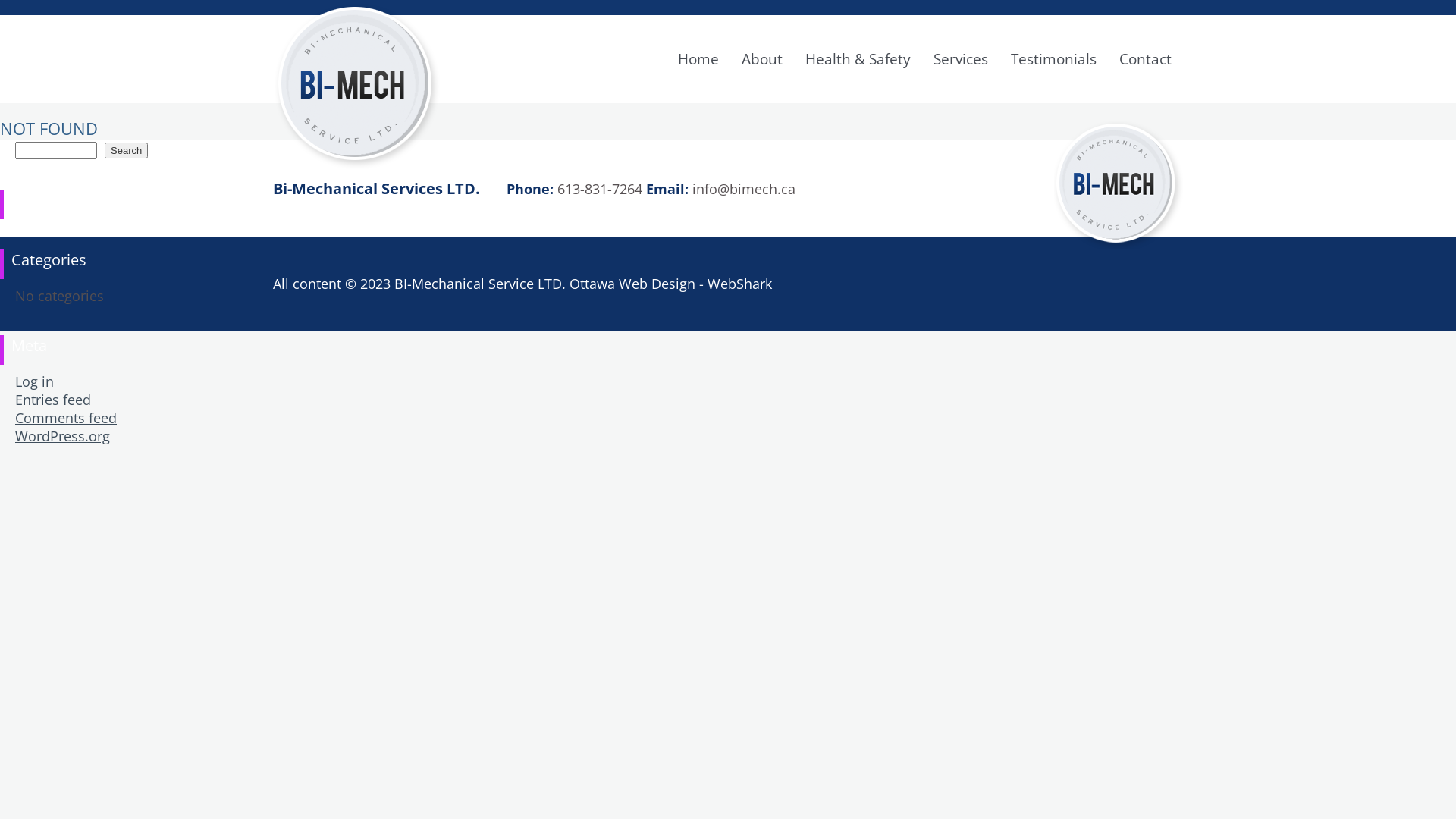 This screenshot has height=819, width=1456. I want to click on 'Comments feed', so click(64, 418).